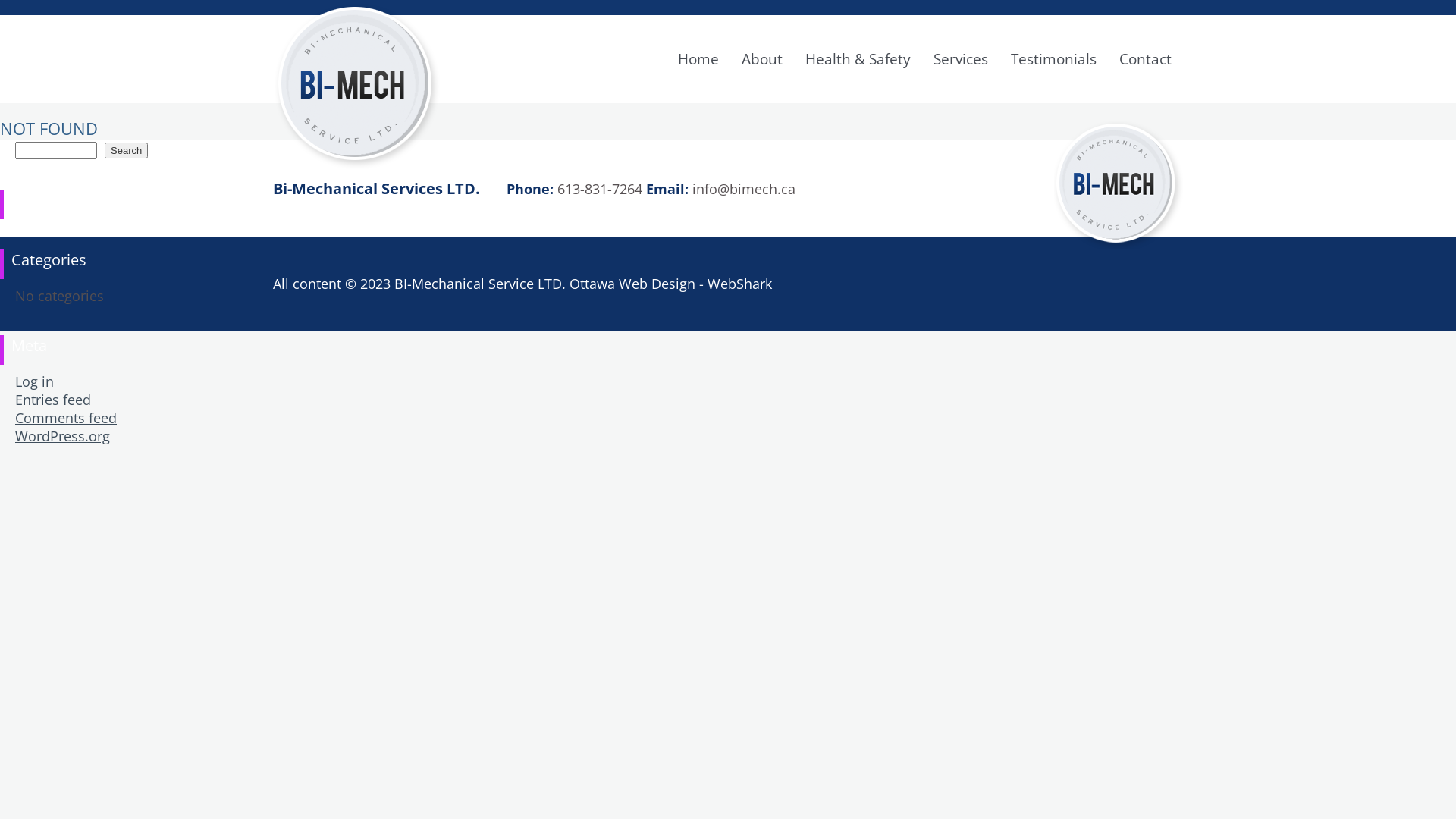 This screenshot has height=819, width=1456. I want to click on 'Comments feed', so click(64, 418).